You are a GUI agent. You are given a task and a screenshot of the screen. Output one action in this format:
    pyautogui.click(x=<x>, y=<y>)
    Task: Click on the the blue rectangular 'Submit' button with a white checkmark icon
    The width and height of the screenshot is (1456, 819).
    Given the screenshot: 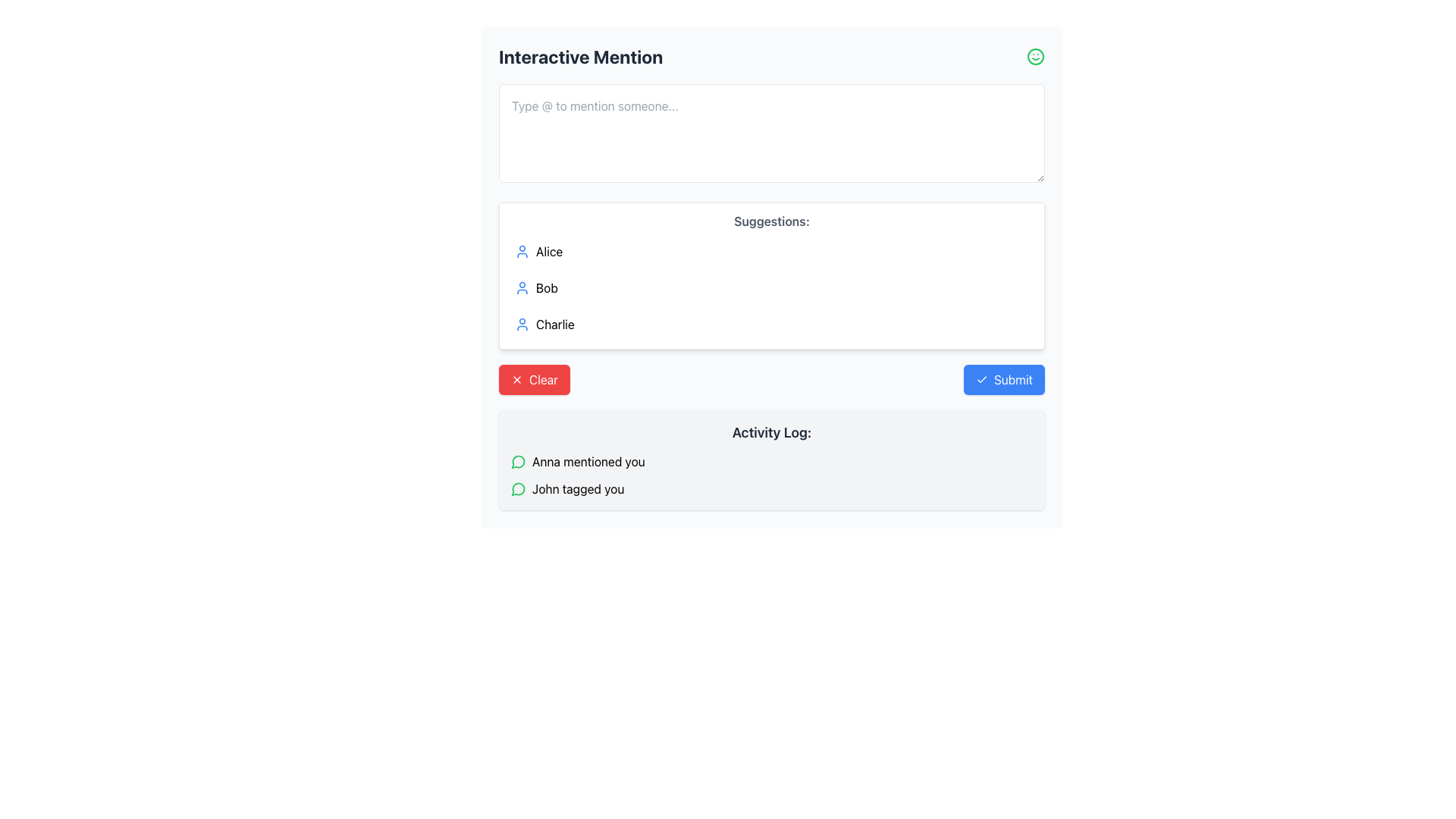 What is the action you would take?
    pyautogui.click(x=1004, y=379)
    